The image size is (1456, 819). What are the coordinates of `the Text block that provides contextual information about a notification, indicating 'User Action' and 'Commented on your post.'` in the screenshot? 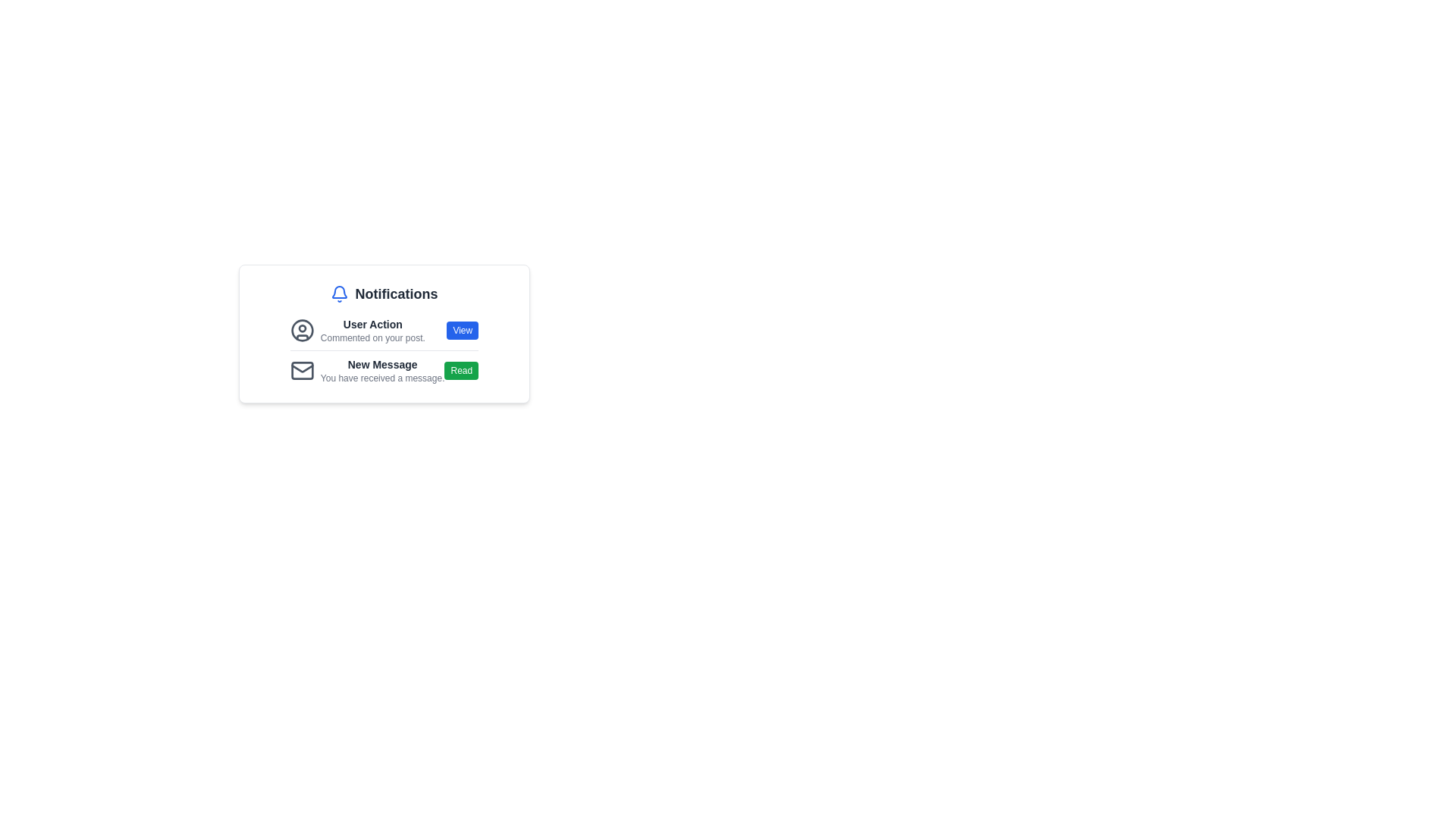 It's located at (372, 329).